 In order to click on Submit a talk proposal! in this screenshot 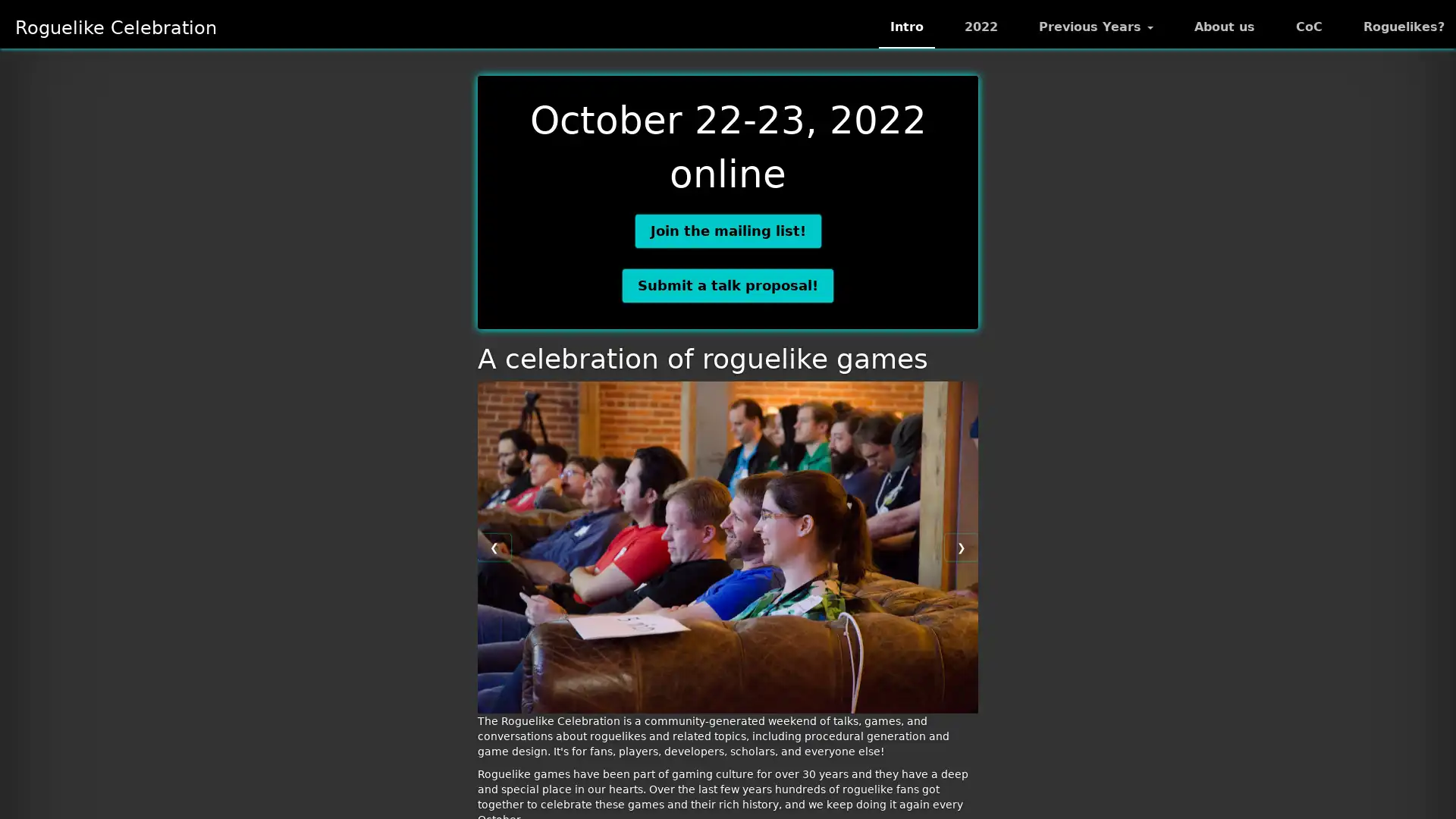, I will do `click(728, 284)`.